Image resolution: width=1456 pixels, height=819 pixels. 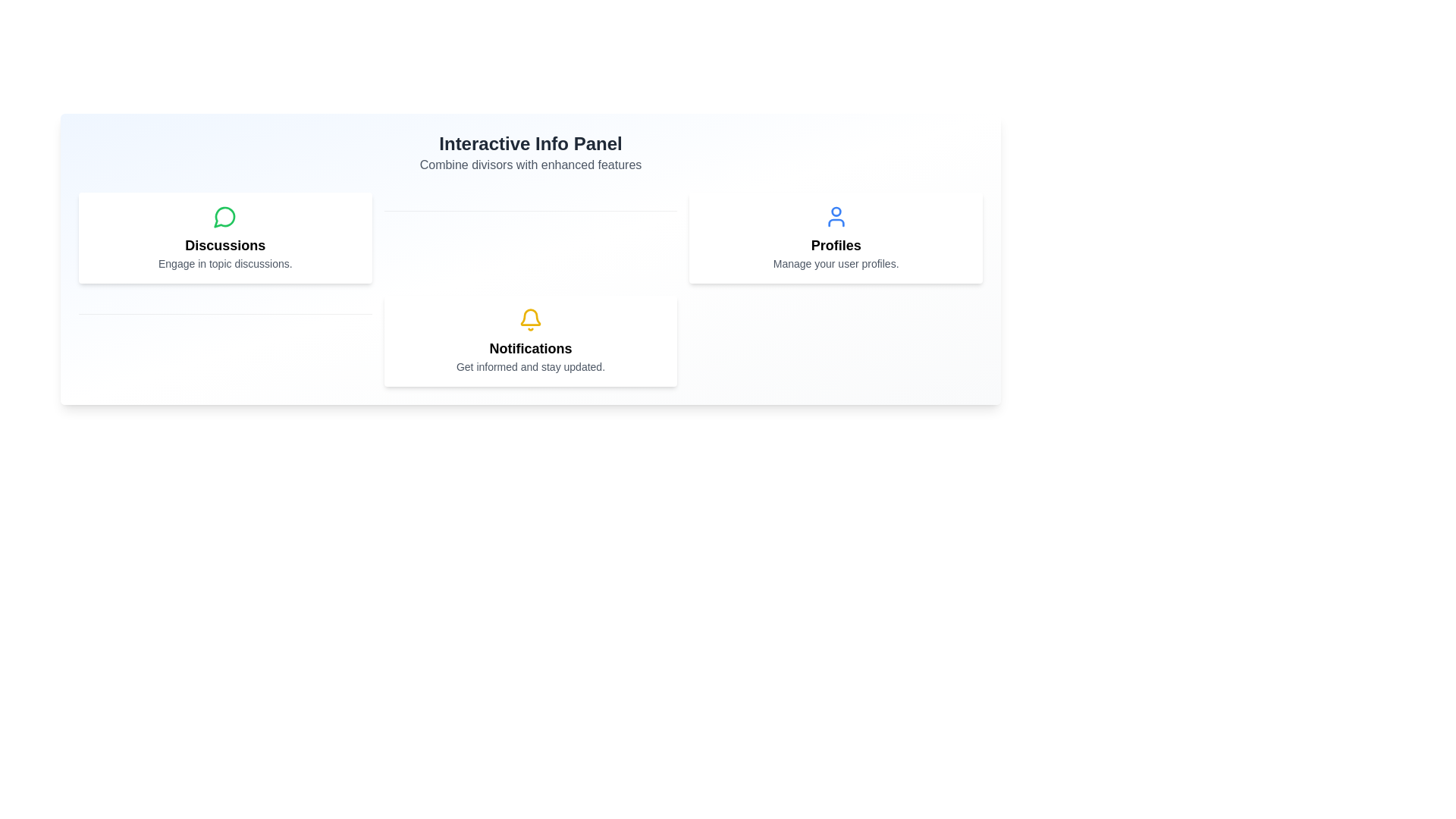 I want to click on the Discussions icon located at the top-left corner of the Discussions card, so click(x=224, y=216).